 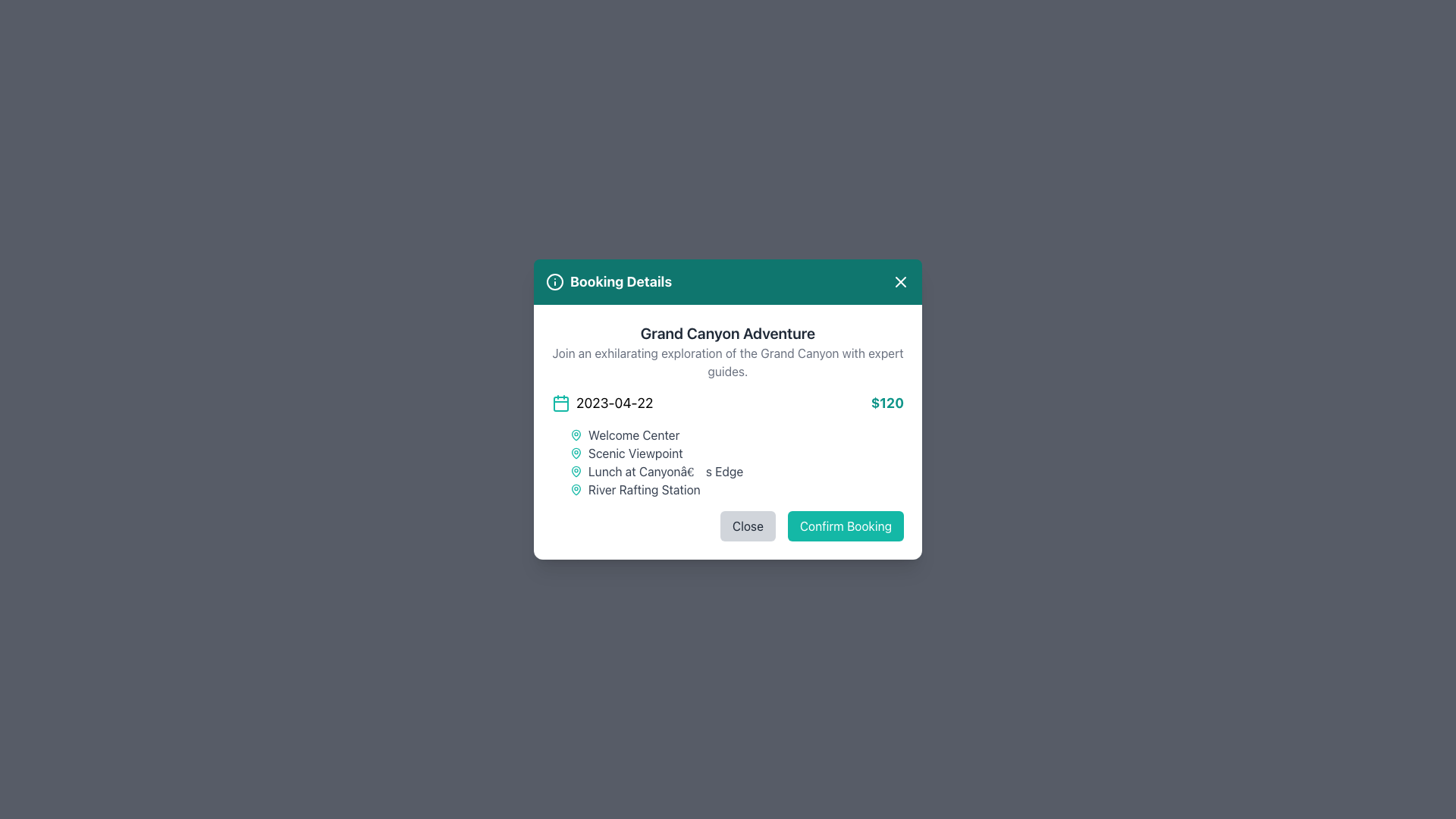 I want to click on date information displayed in the Text with Icon element located near the top-left section of the dialog box under the title 'Grand Canyon Adventure', positioned to the left of the '$120' text, so click(x=601, y=403).